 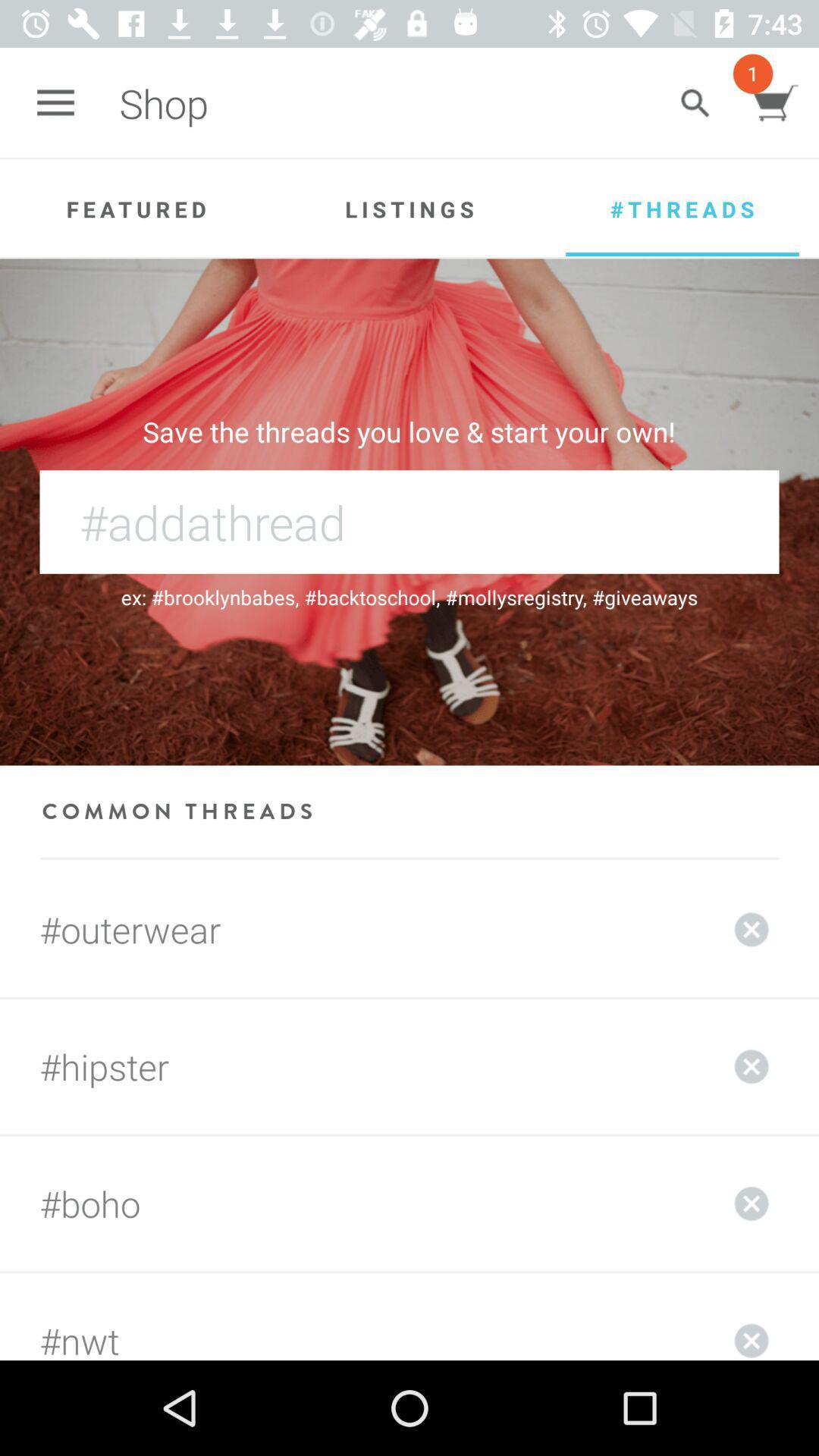 I want to click on search, so click(x=695, y=102).